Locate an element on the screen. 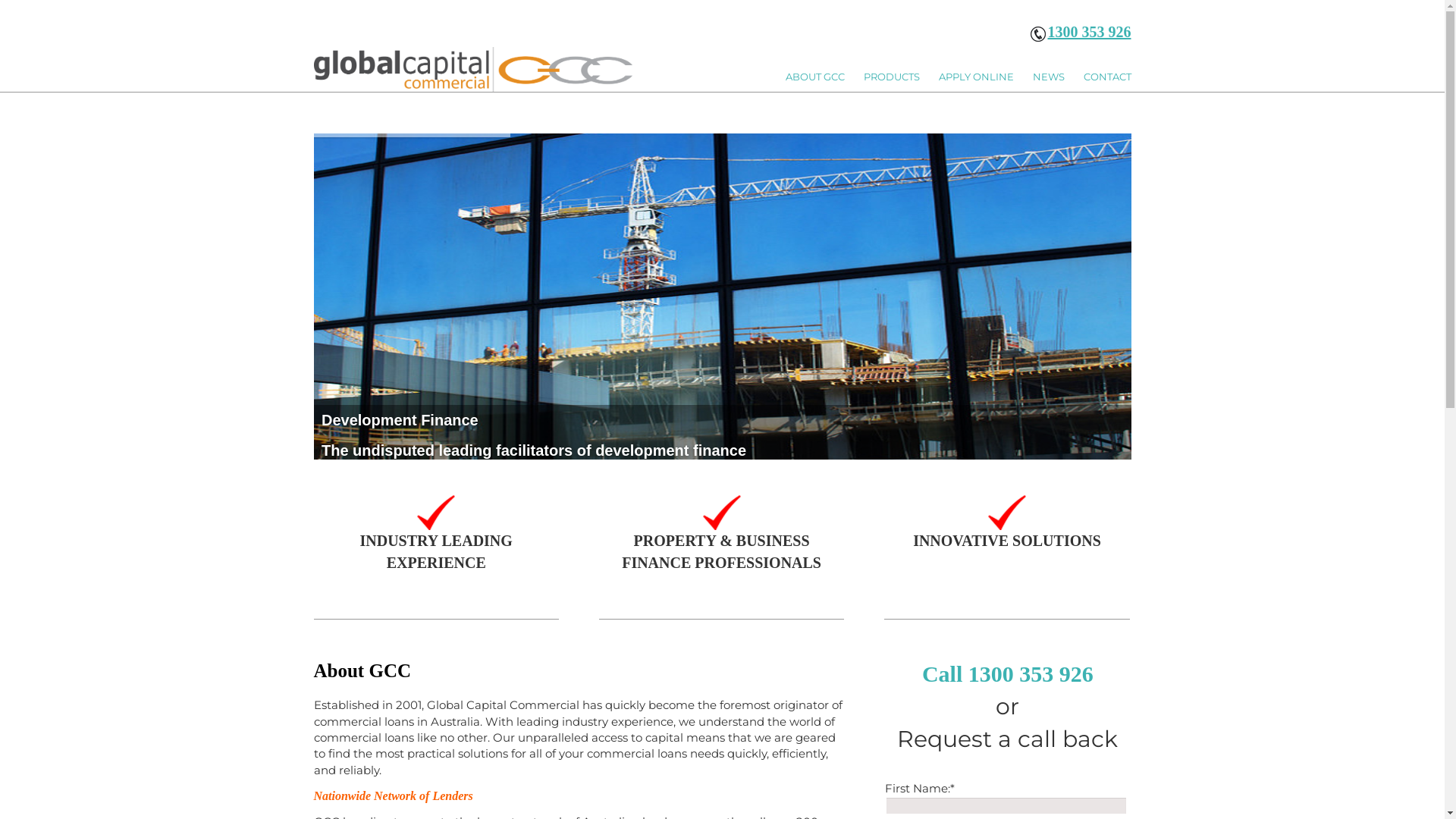 This screenshot has width=1456, height=819. 'APPLY ONLINE' is located at coordinates (938, 76).